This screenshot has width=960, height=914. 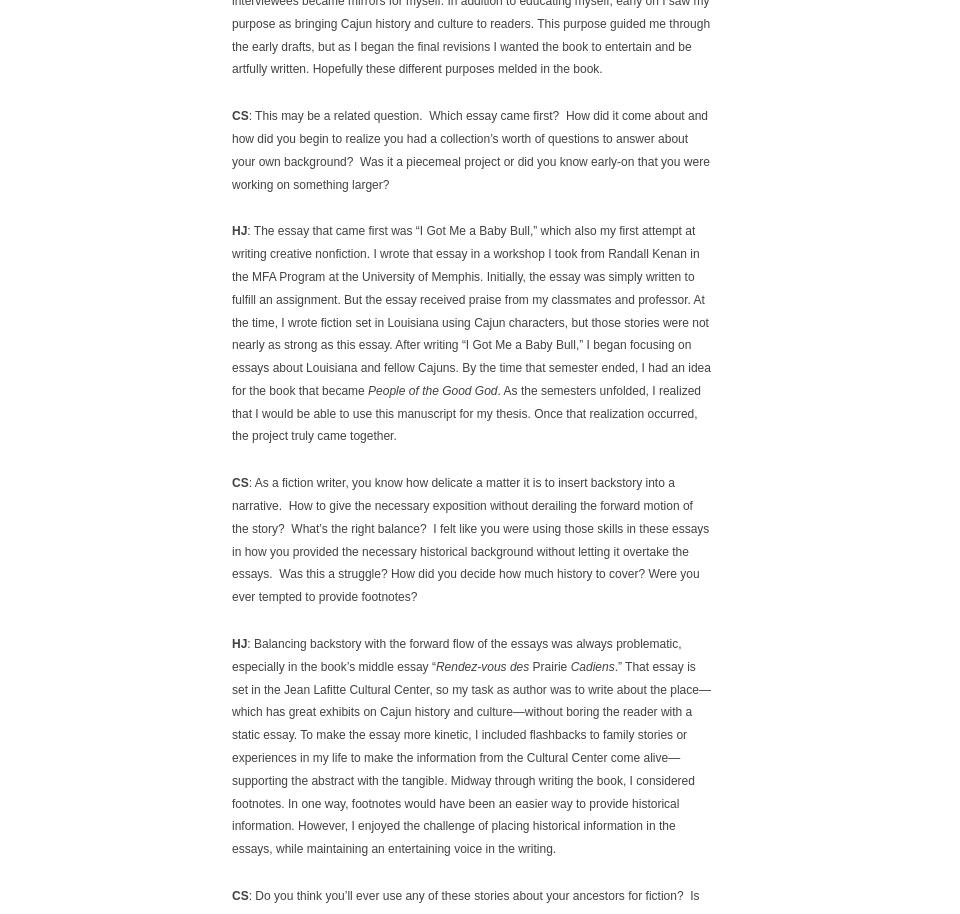 What do you see at coordinates (592, 666) in the screenshot?
I see `'Cadiens'` at bounding box center [592, 666].